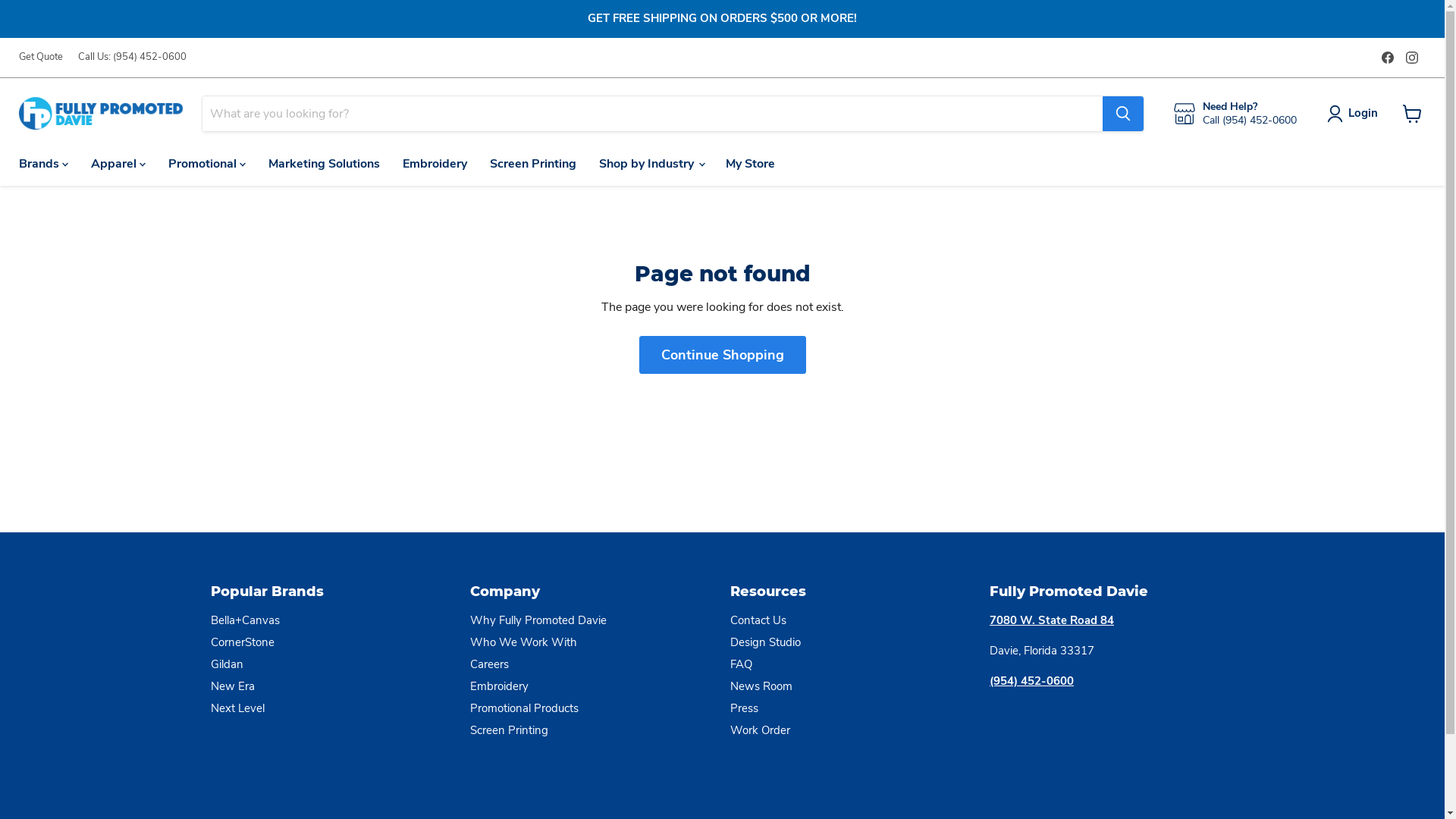  I want to click on 'My Store', so click(750, 164).